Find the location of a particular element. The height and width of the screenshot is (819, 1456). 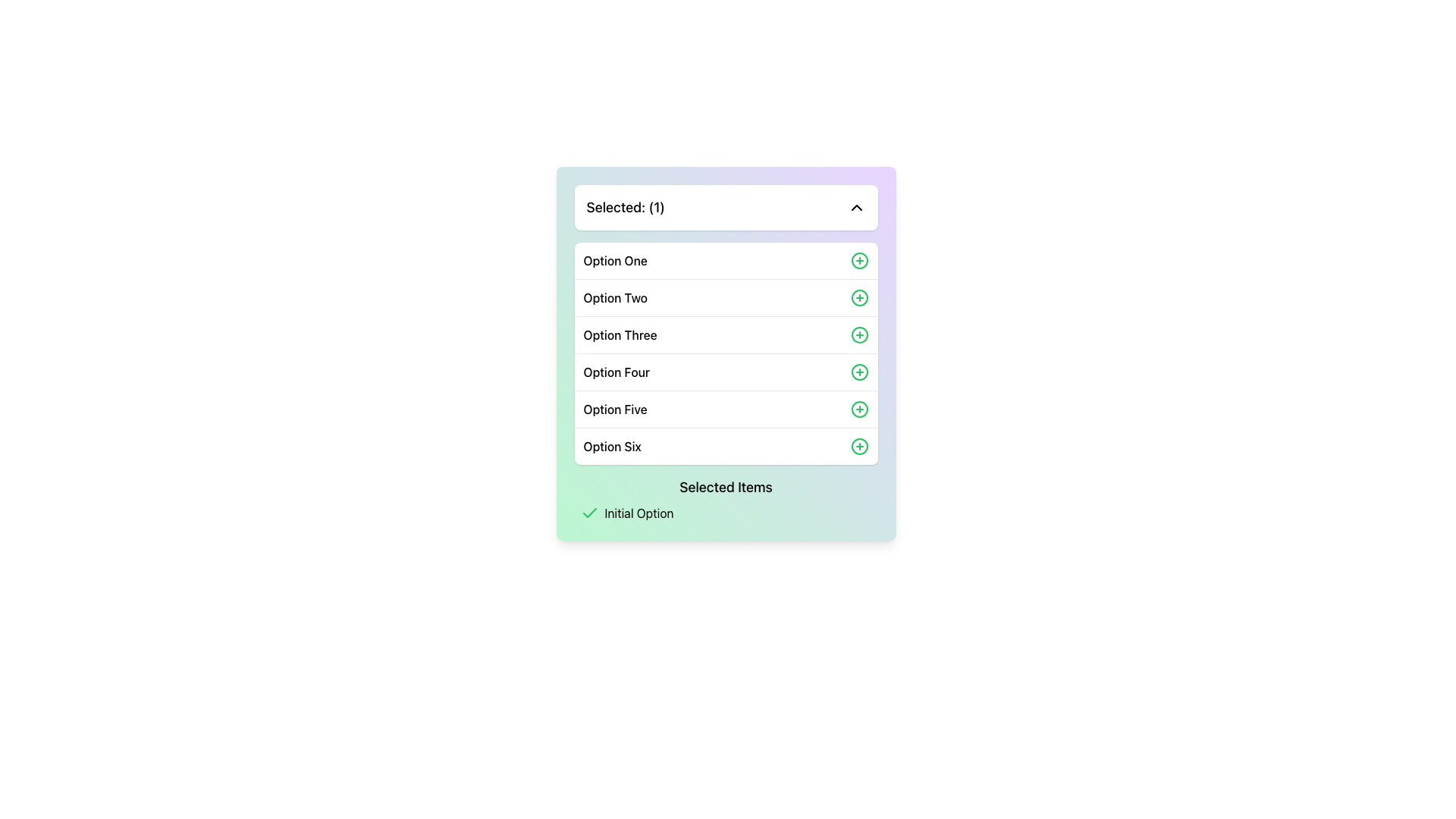

the Text Label that serves as a label for an option in the selection menu, located on the third row below 'Selected: (1)', between 'Option Two' and 'Option Four' is located at coordinates (620, 334).